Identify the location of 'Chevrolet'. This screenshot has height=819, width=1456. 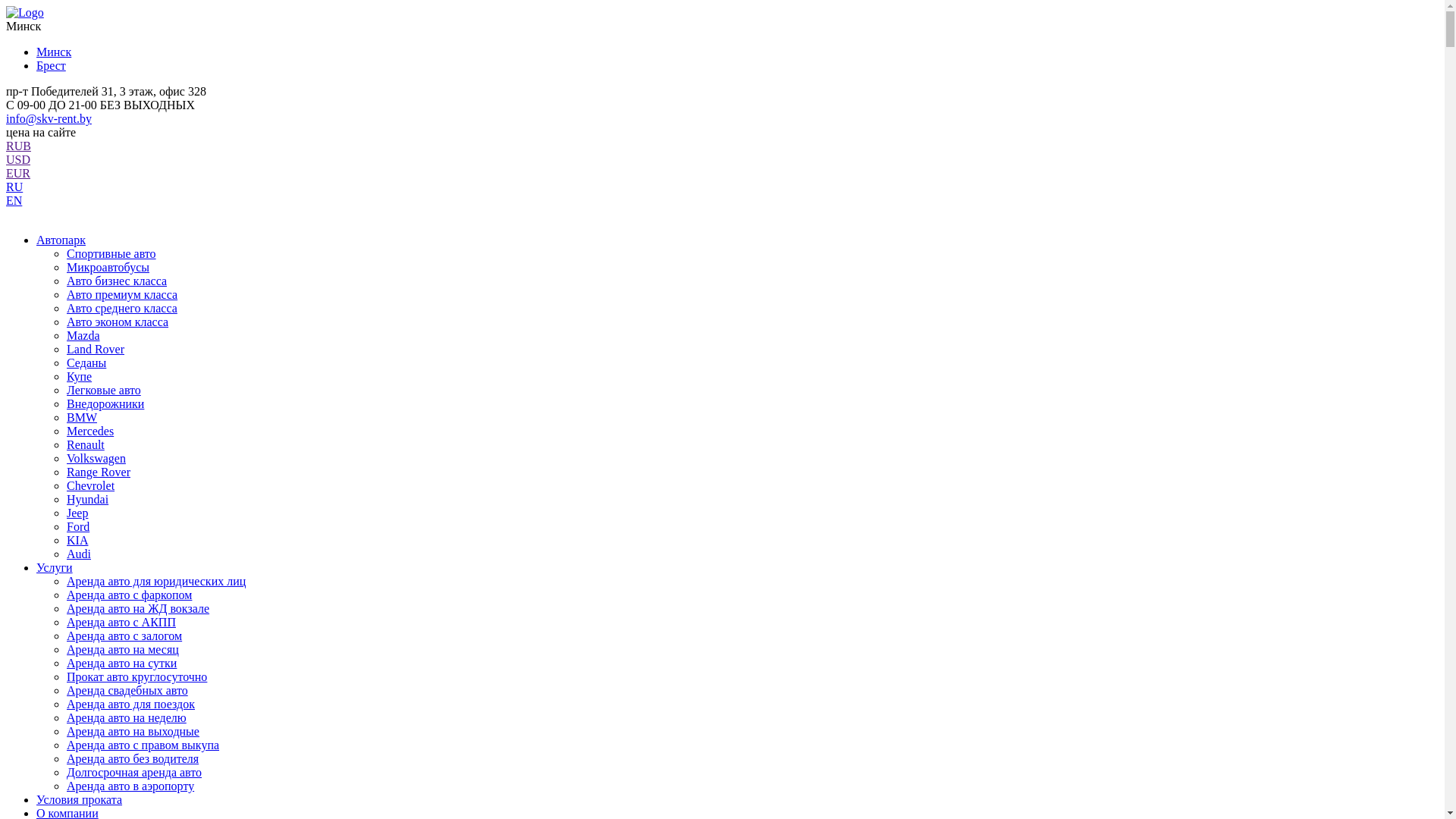
(65, 485).